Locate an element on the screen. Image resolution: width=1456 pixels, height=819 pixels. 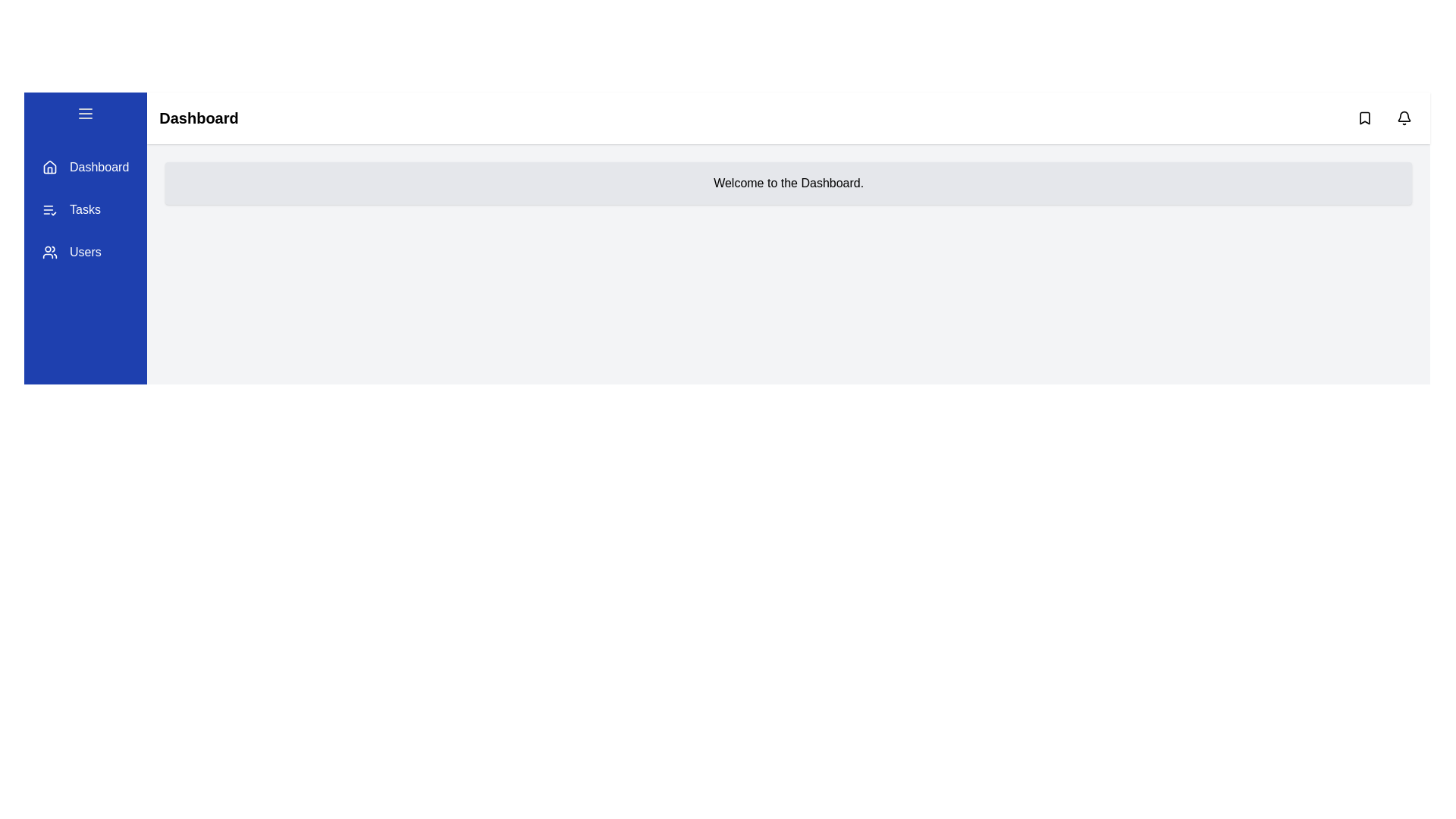
the Navigation Menu Section is located at coordinates (85, 210).